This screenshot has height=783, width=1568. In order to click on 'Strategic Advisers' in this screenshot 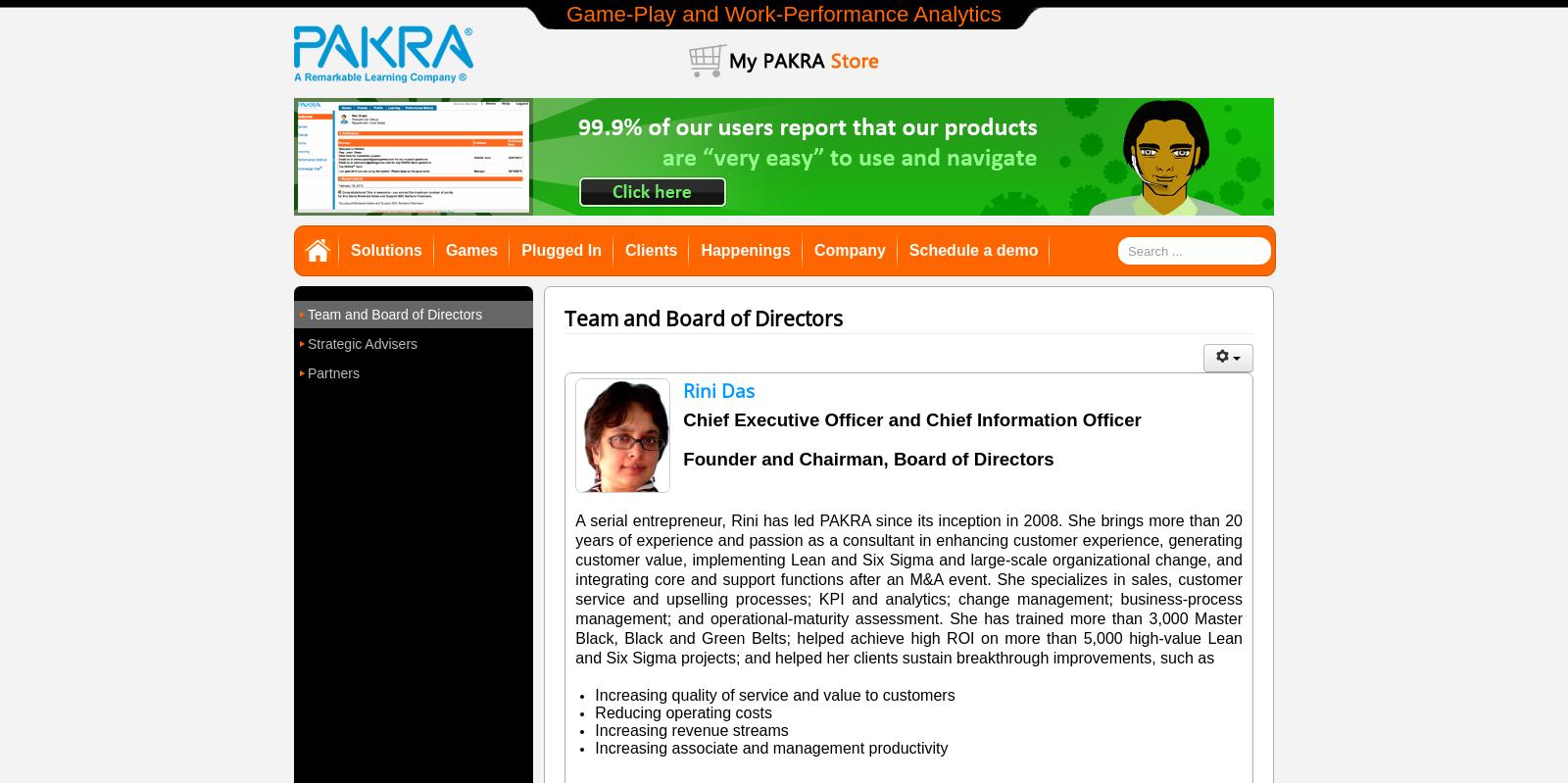, I will do `click(308, 343)`.